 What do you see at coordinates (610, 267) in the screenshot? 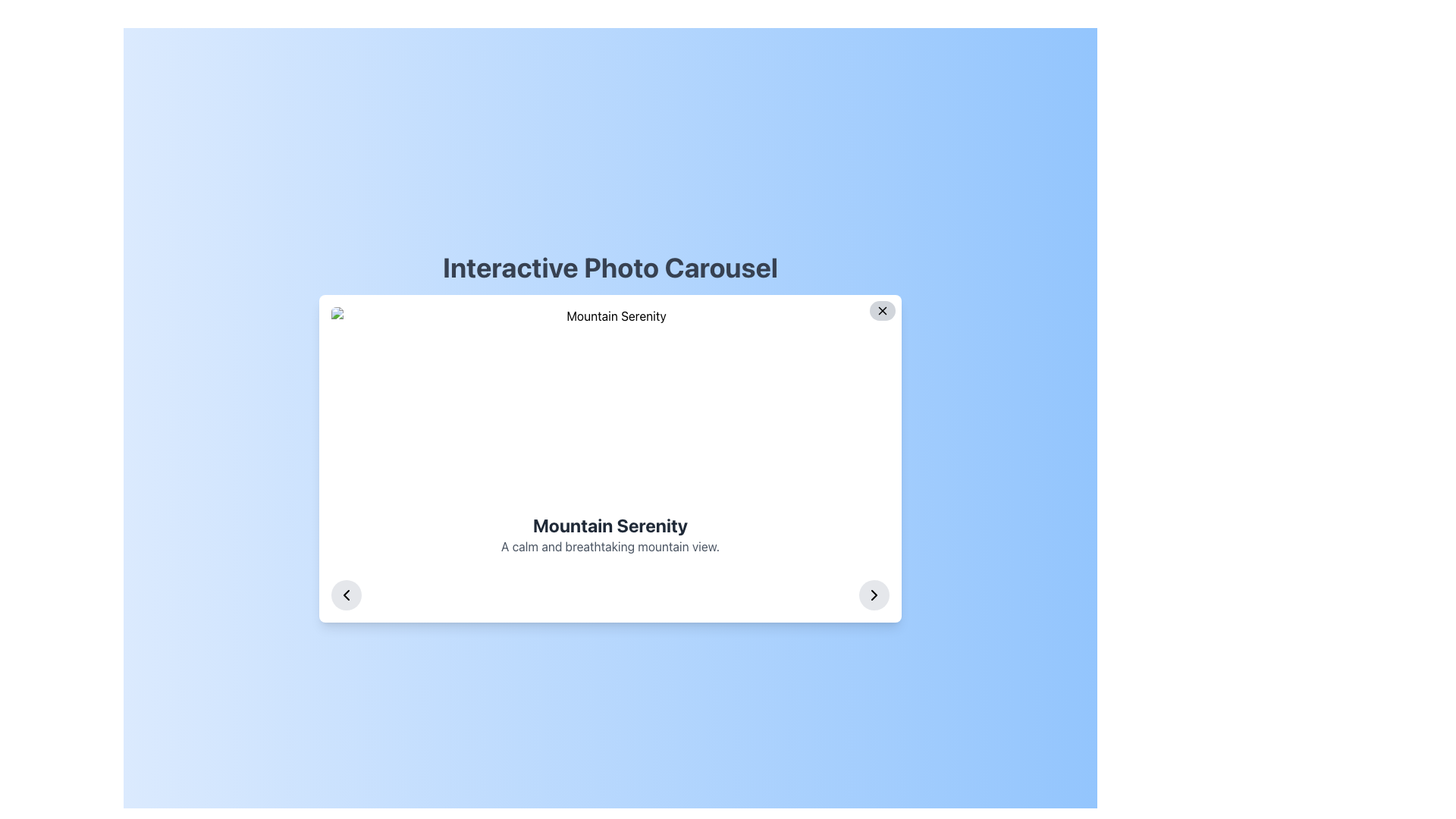
I see `text from the heading element labeled 'Interactive Photo Carousel' located at the top-center of the visible area` at bounding box center [610, 267].